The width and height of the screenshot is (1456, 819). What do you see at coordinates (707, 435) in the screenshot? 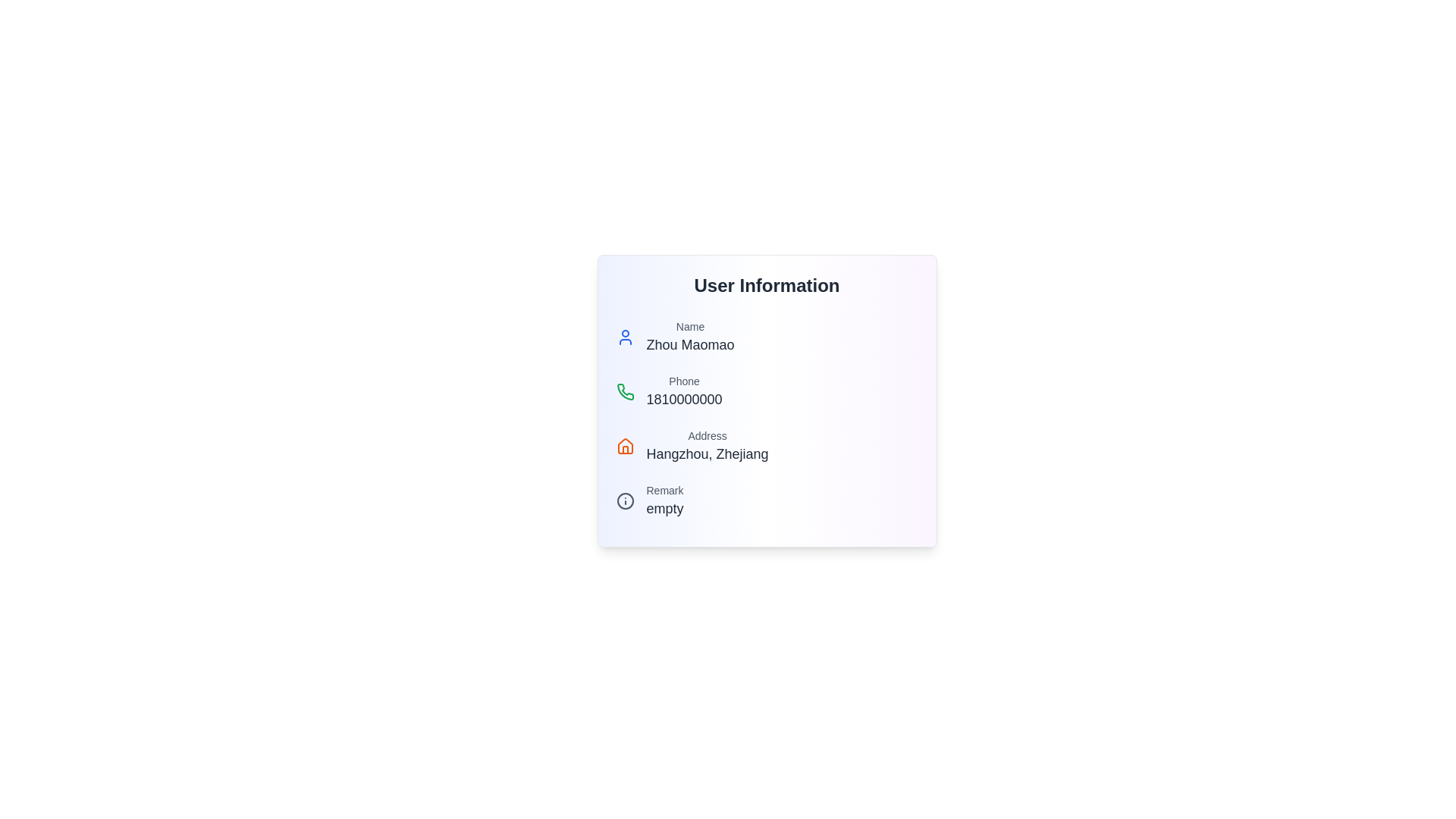
I see `the text label that serves as a header for the address information in the 'User Information' panel, located directly above the address details` at bounding box center [707, 435].